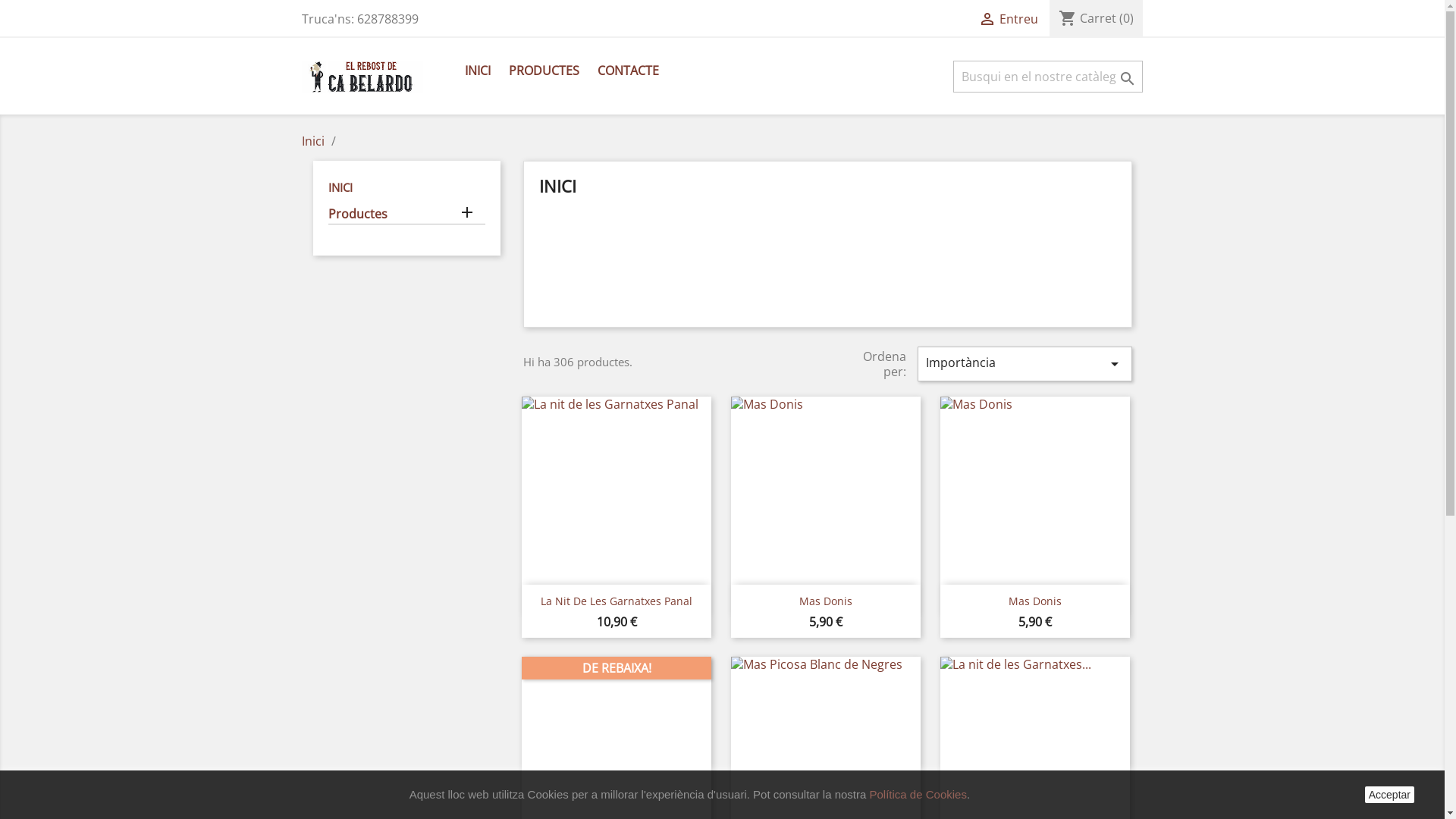 The width and height of the screenshot is (1456, 819). Describe the element at coordinates (500, 71) in the screenshot. I see `'PRODUCTES'` at that location.